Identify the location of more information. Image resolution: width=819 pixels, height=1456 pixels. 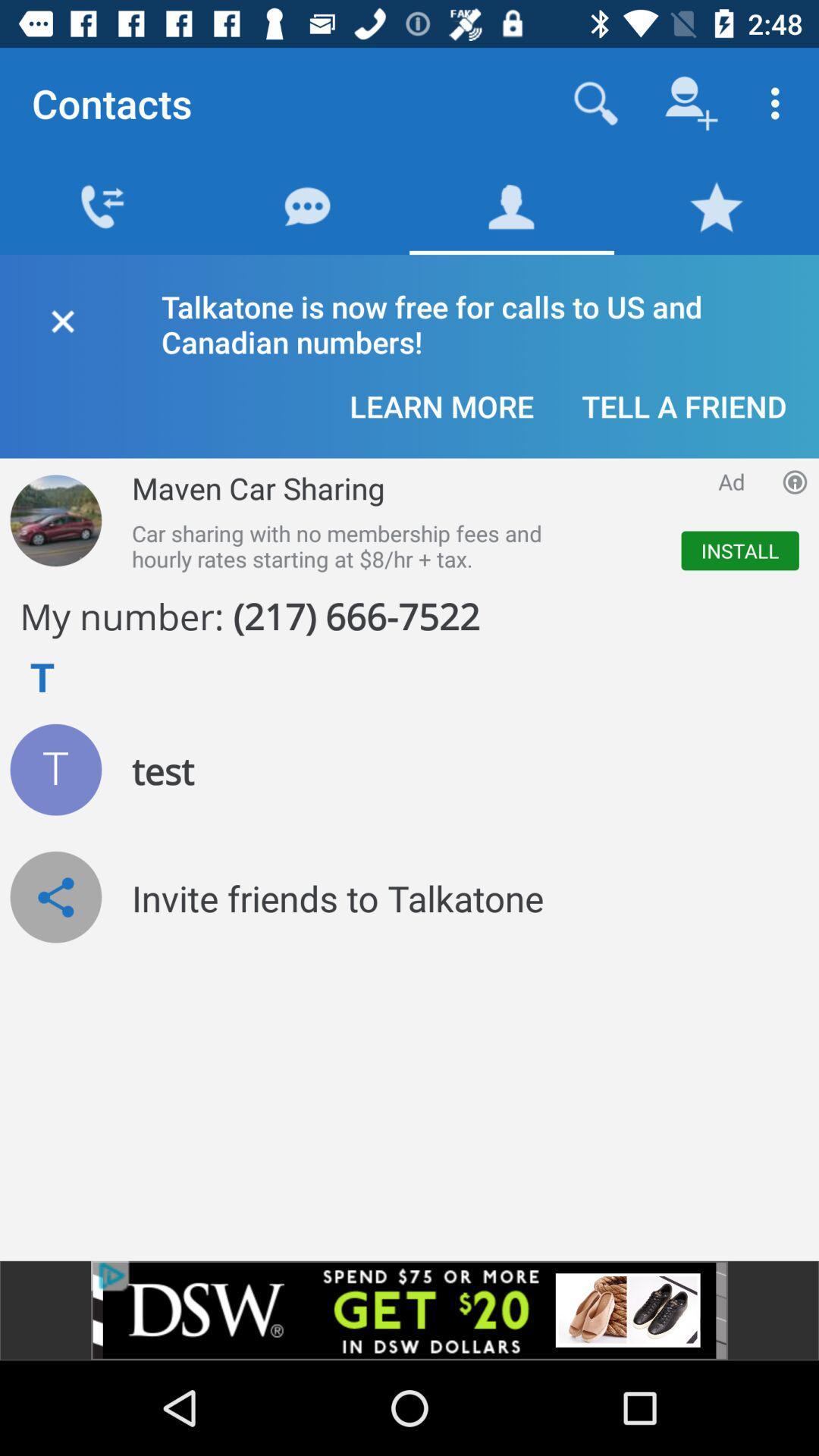
(794, 481).